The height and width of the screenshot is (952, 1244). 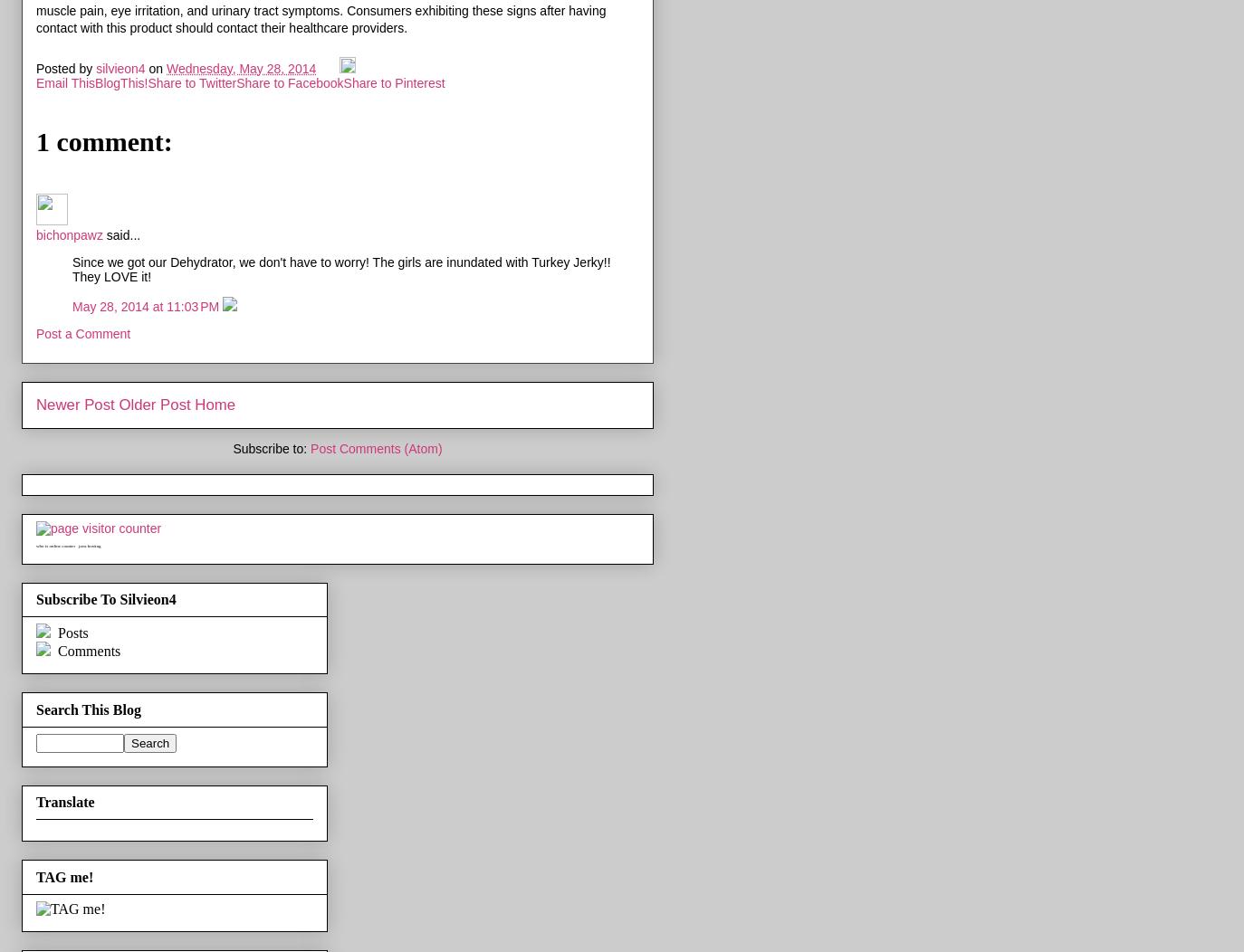 I want to click on 'Post Comments (Atom)', so click(x=376, y=446).